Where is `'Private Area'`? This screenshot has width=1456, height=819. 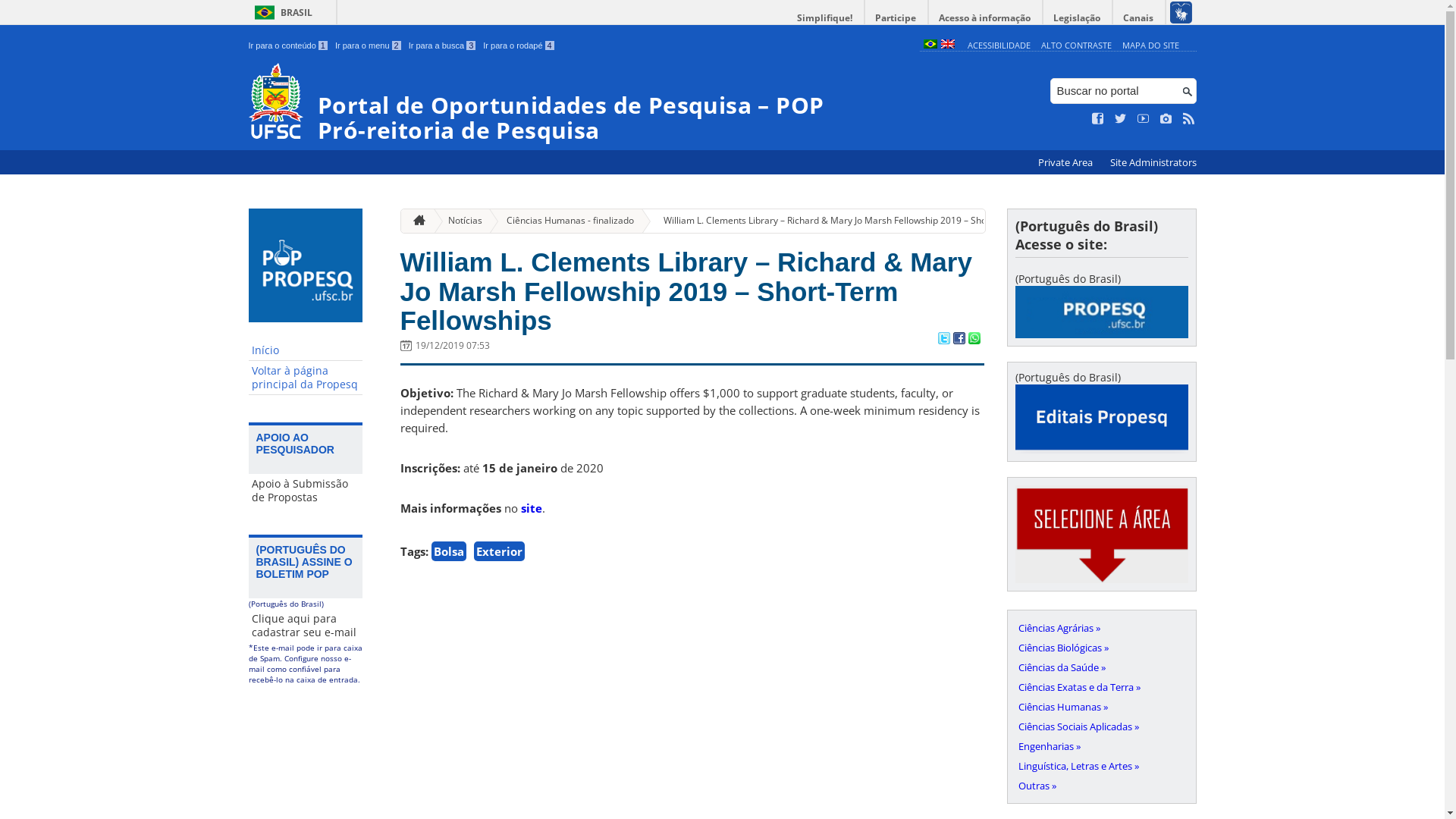 'Private Area' is located at coordinates (1065, 162).